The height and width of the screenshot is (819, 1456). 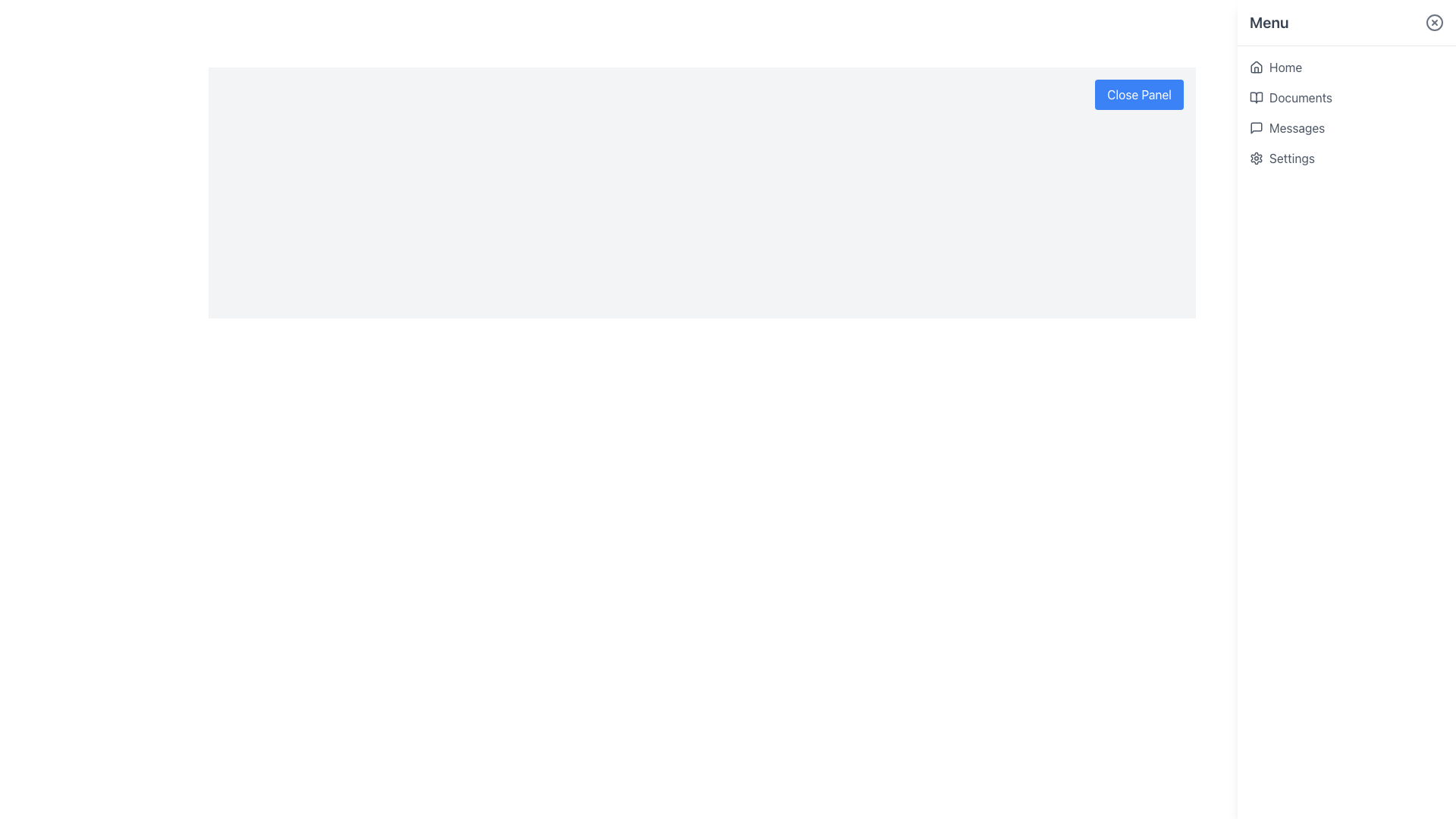 What do you see at coordinates (1269, 23) in the screenshot?
I see `the static text label displaying 'Menu' in bold, large gray font located in the header area of the panel on the top-right side of the display` at bounding box center [1269, 23].